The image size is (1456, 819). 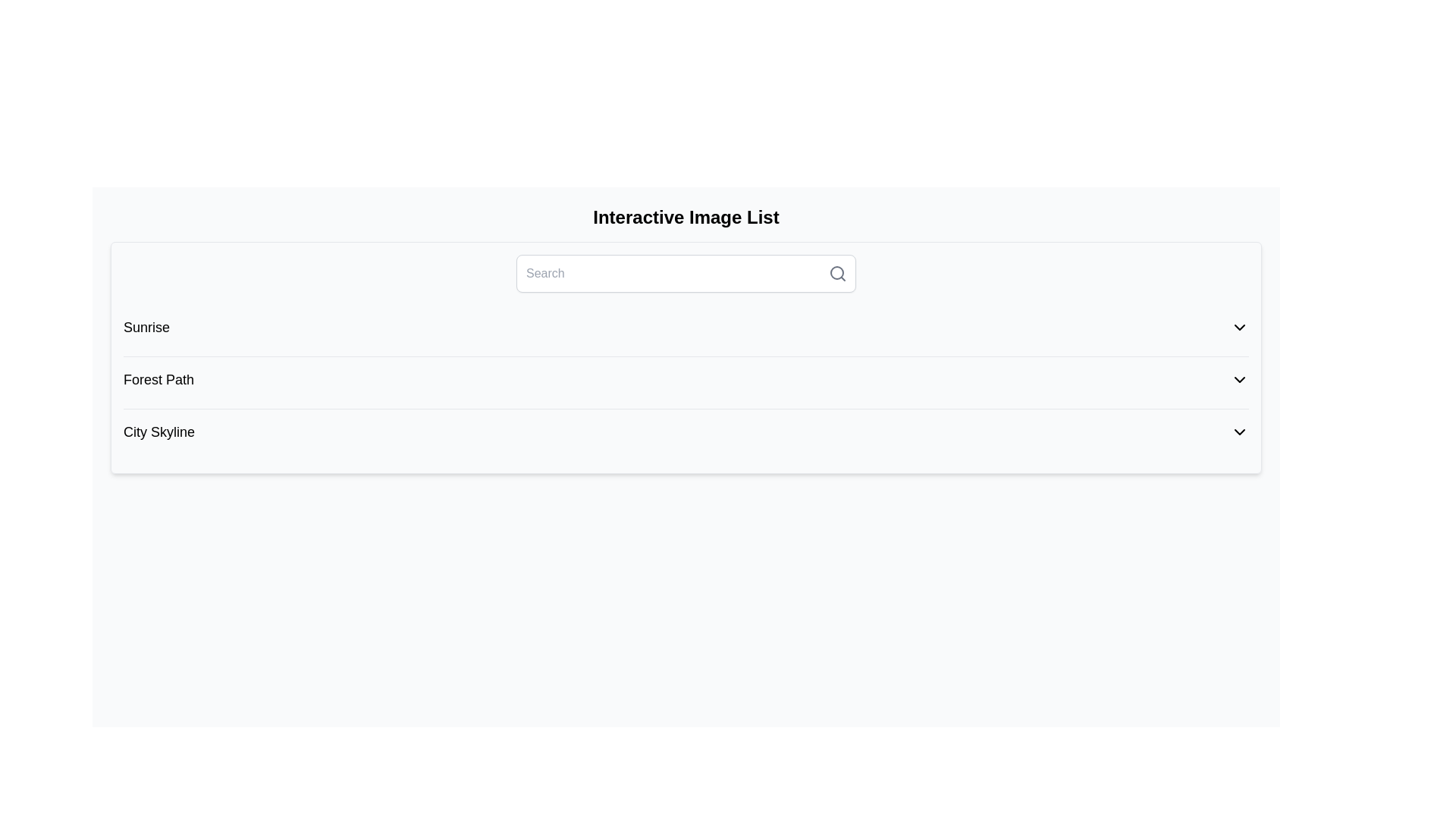 What do you see at coordinates (148, 374) in the screenshot?
I see `the static label that serves as a category tag, positioned to the left of the 'Sunrise' label` at bounding box center [148, 374].